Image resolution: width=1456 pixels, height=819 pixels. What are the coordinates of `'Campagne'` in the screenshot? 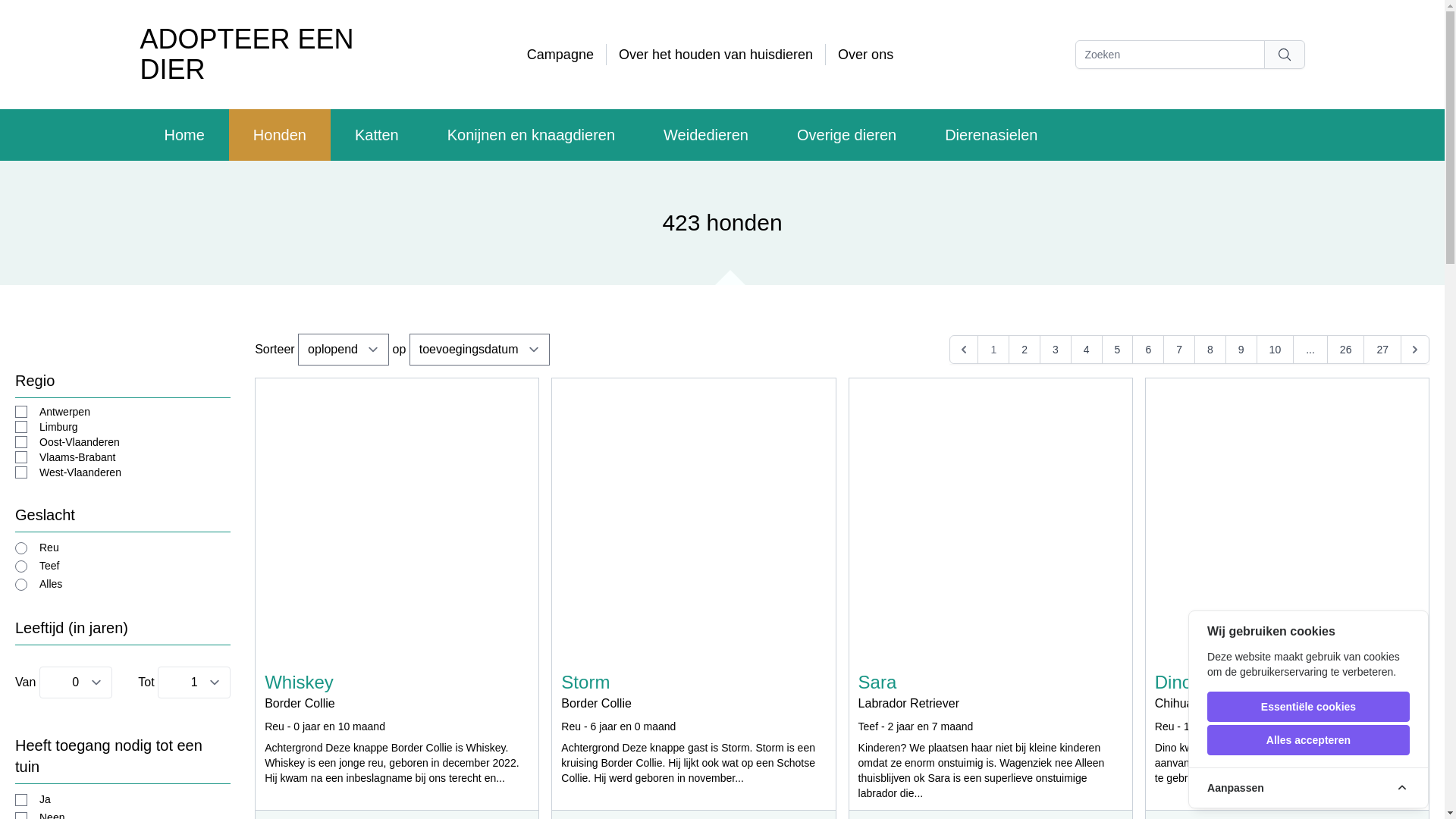 It's located at (560, 54).